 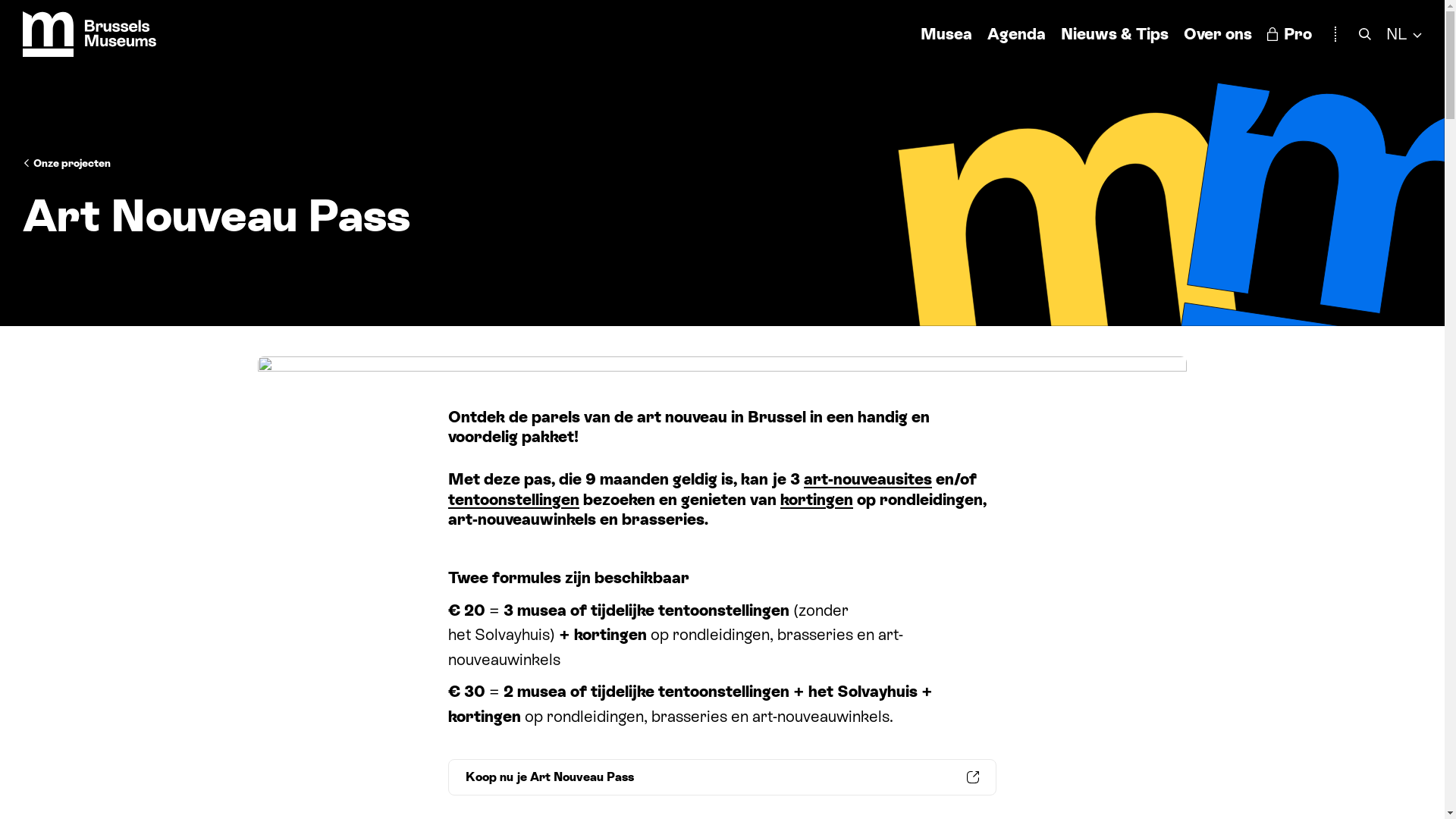 What do you see at coordinates (65, 163) in the screenshot?
I see `'Onze projecten'` at bounding box center [65, 163].